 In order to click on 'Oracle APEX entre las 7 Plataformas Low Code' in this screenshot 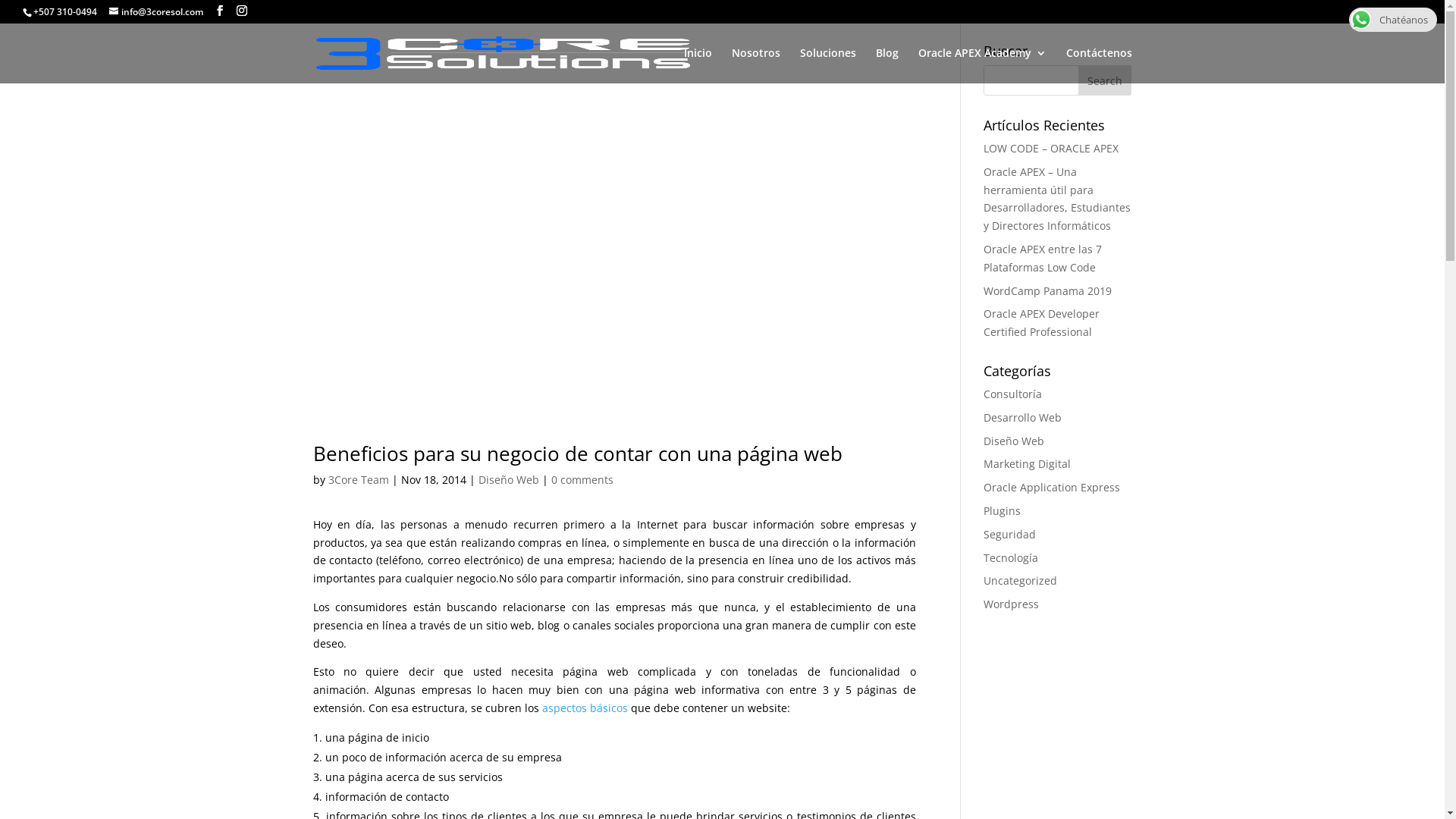, I will do `click(1041, 257)`.